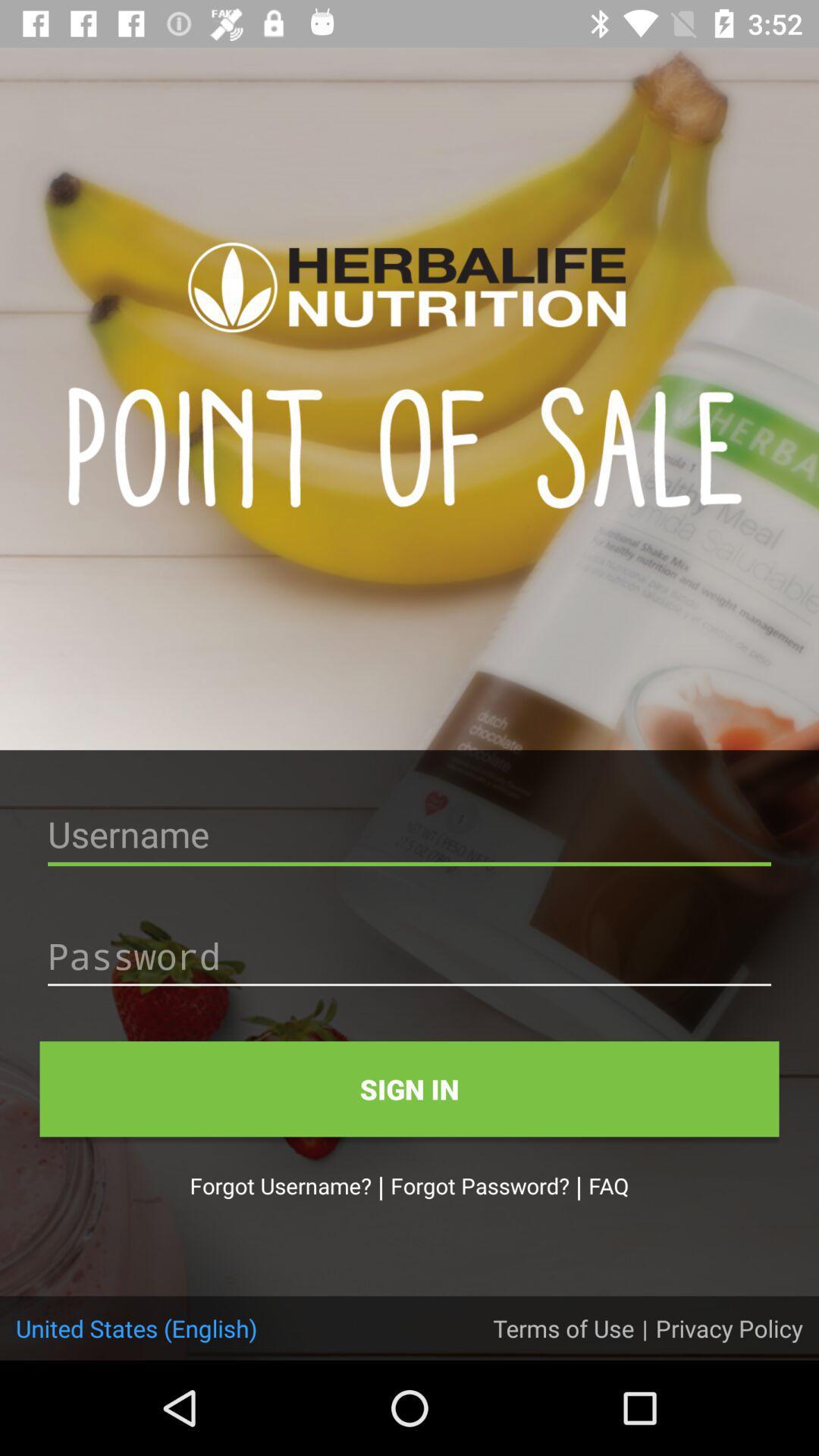  Describe the element at coordinates (409, 1088) in the screenshot. I see `the sign in` at that location.